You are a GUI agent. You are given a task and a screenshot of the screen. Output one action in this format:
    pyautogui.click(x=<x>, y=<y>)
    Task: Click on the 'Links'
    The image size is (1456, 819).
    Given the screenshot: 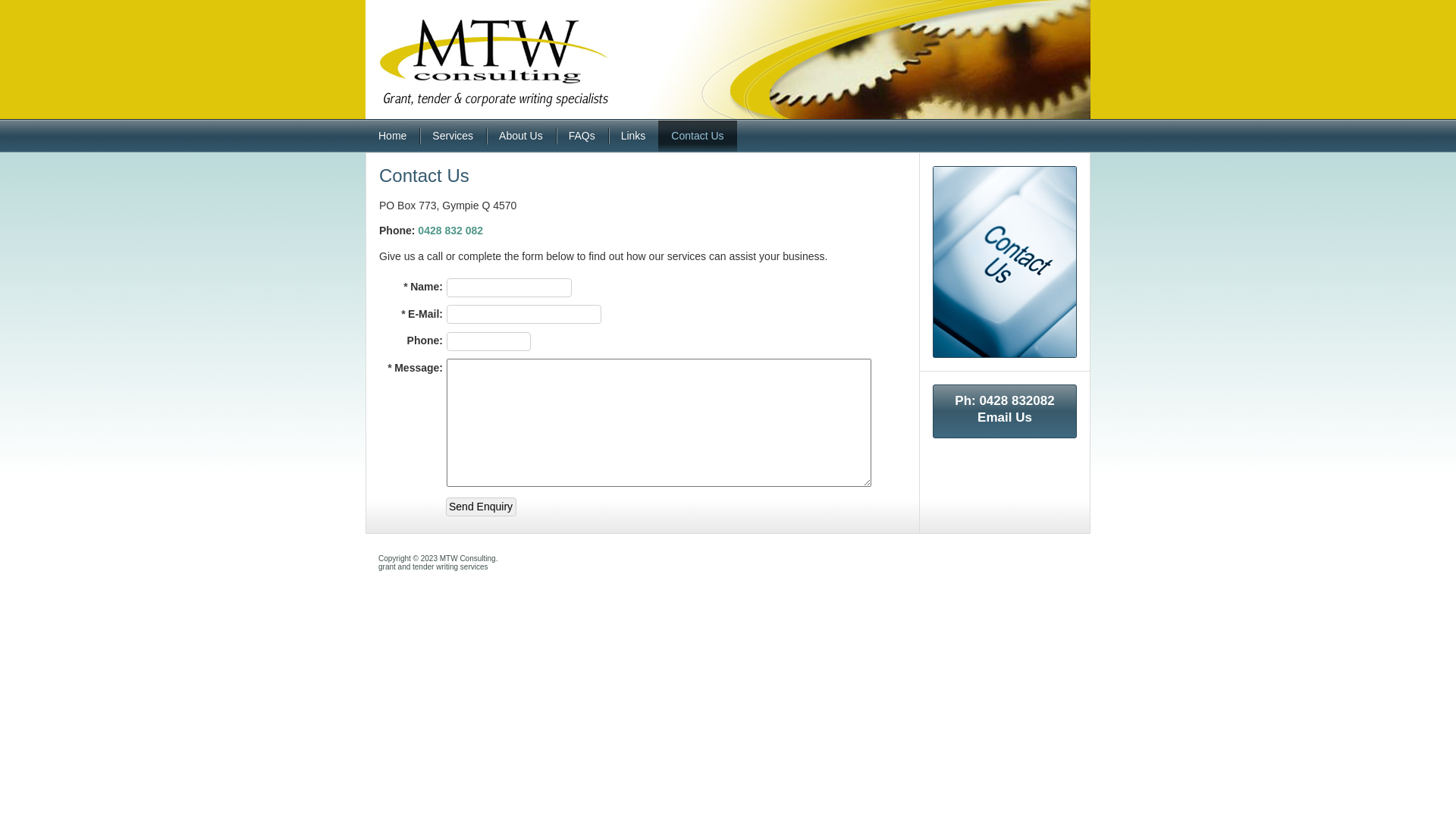 What is the action you would take?
    pyautogui.click(x=633, y=135)
    